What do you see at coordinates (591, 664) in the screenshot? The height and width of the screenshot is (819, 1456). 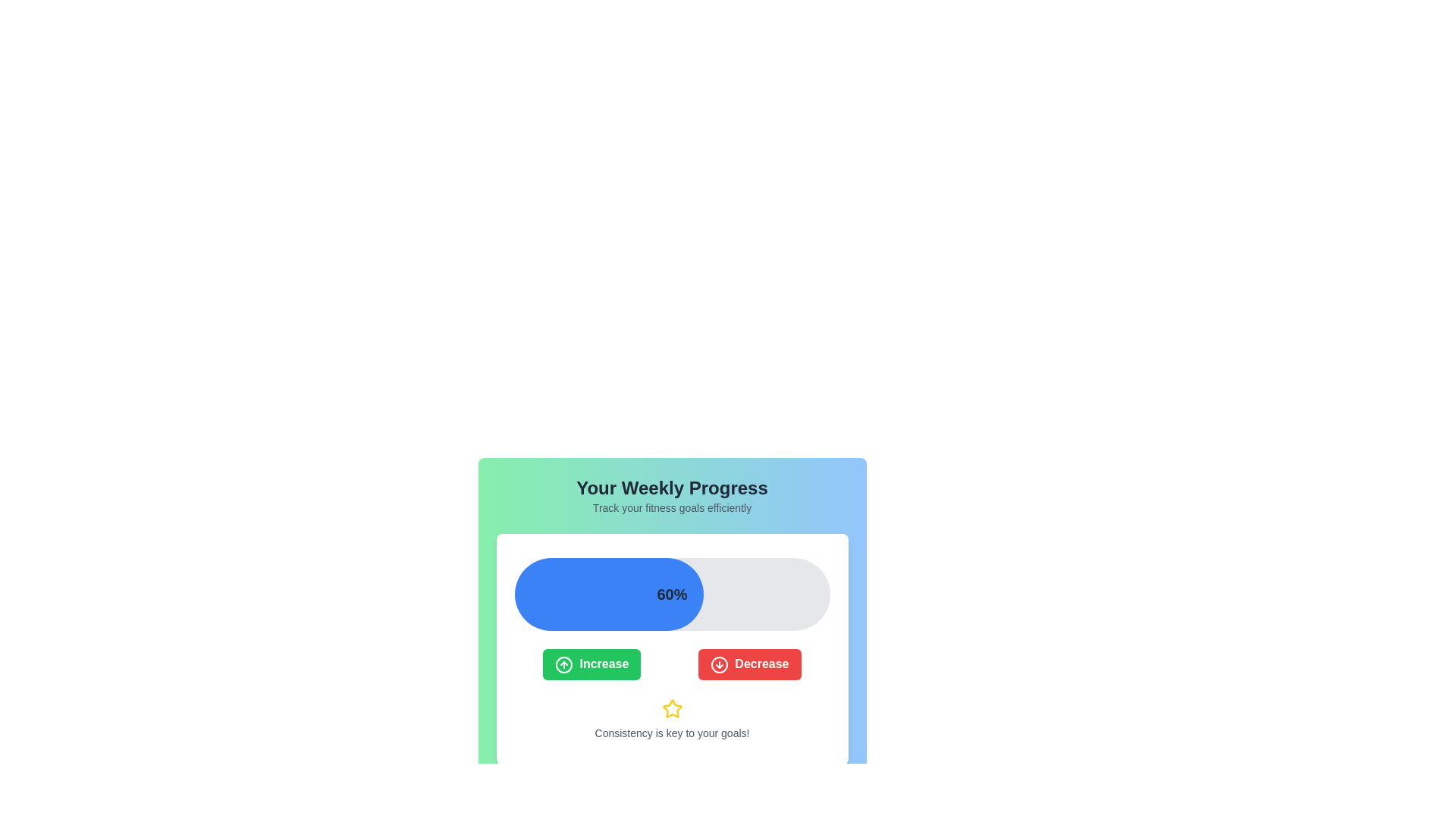 I see `the green 'Increase' button with rounded corners, which is the leftmost button below the progress bar, to observe its hover effect` at bounding box center [591, 664].